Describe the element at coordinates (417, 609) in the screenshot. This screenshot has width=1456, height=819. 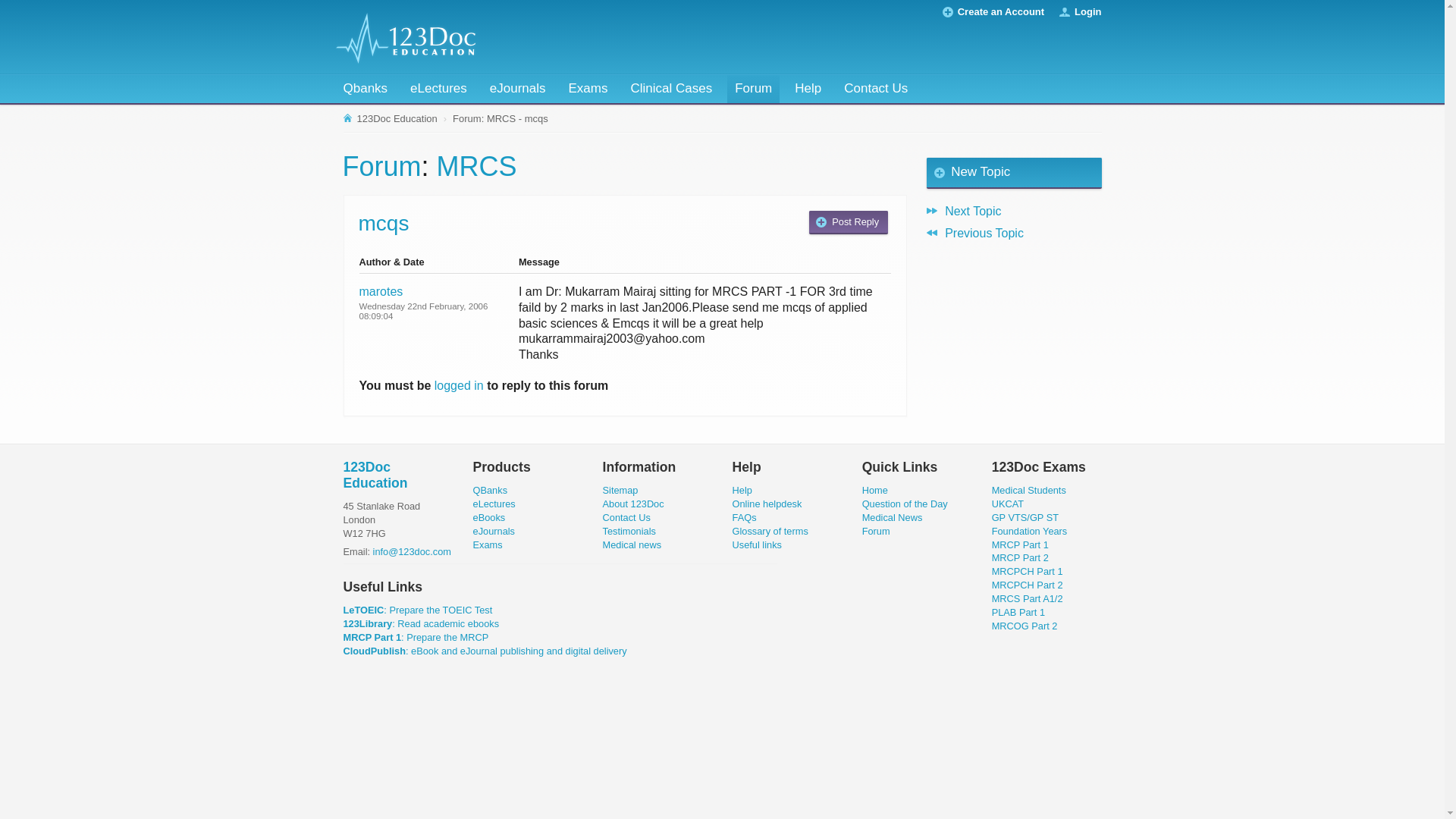
I see `'LeTOEIC: Prepare the TOEIC Test'` at that location.